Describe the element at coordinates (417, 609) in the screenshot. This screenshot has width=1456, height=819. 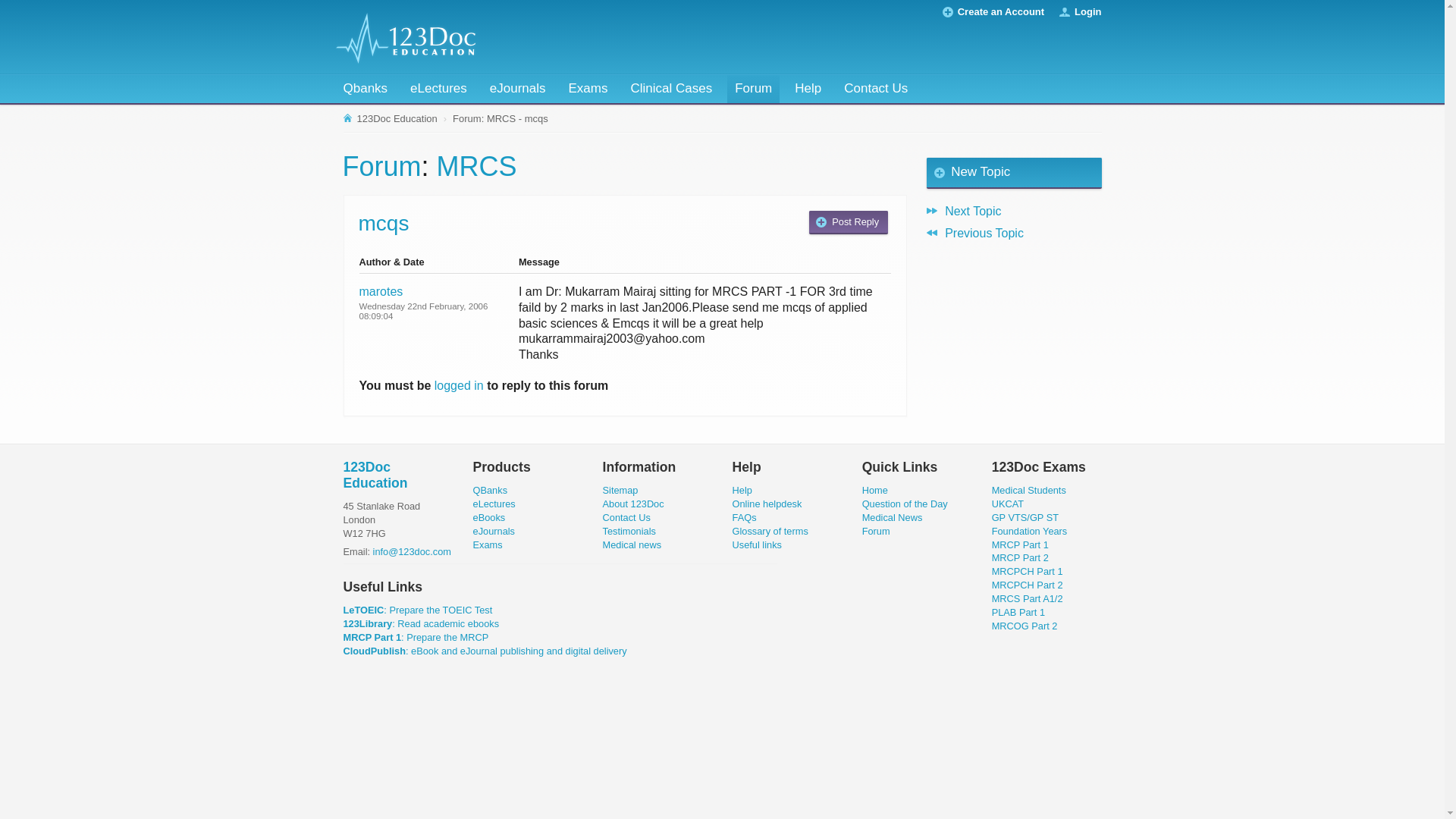
I see `'LeTOEIC: Prepare the TOEIC Test'` at that location.